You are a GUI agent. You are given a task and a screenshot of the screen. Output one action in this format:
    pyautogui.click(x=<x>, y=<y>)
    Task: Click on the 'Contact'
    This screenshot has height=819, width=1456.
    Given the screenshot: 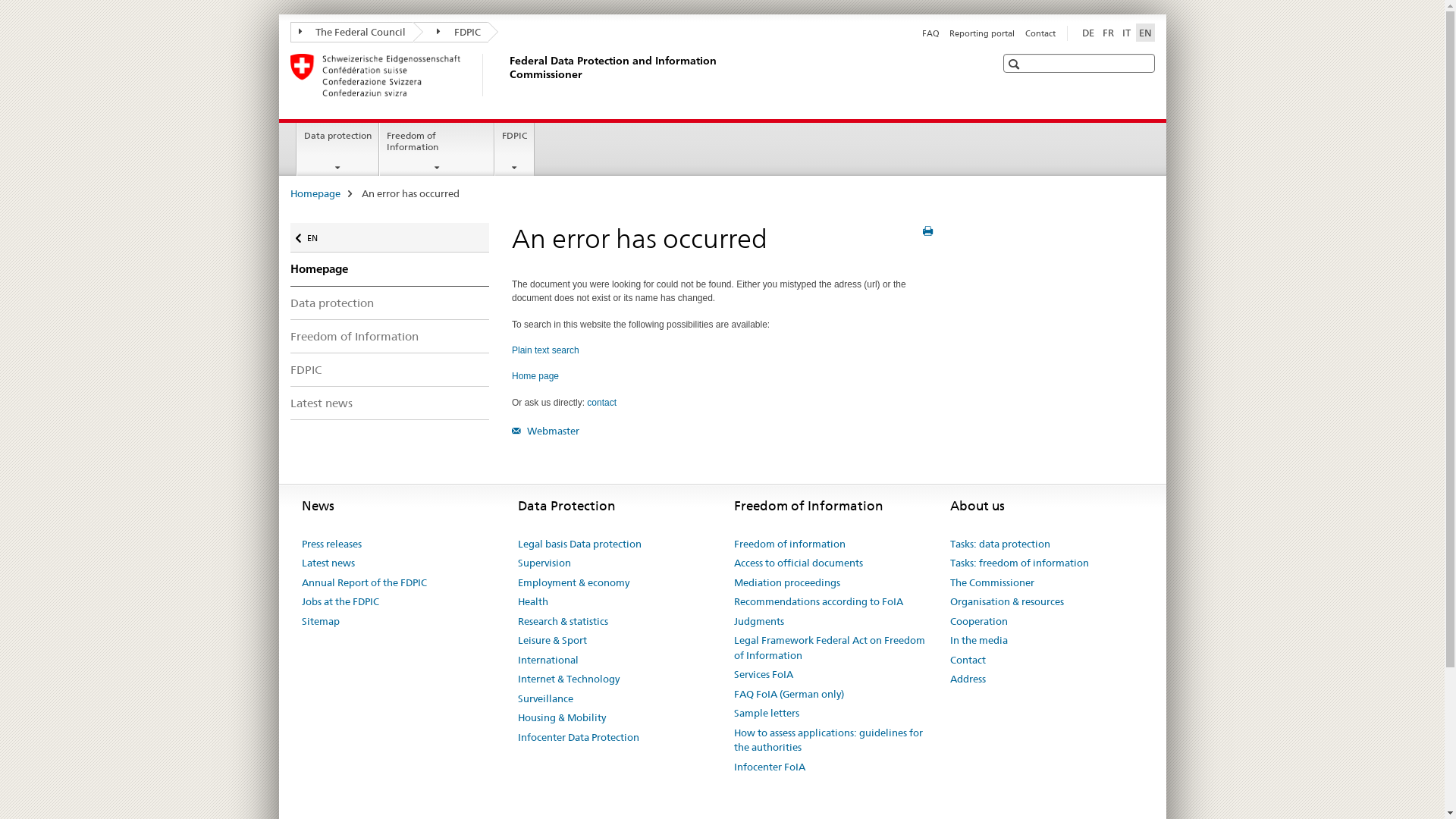 What is the action you would take?
    pyautogui.click(x=1025, y=33)
    